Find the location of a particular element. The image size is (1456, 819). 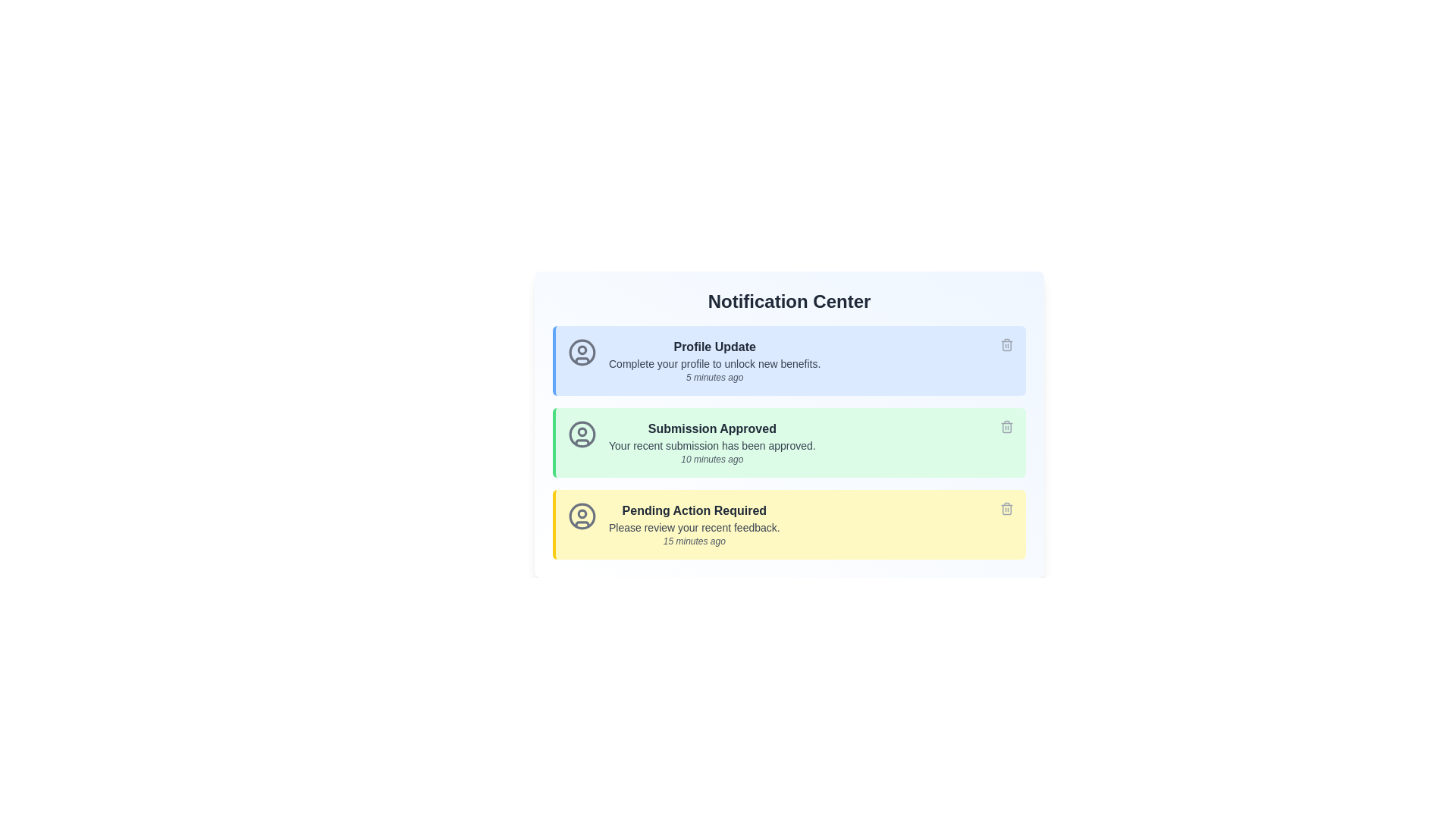

the circular graphic element representing the head of the user profile icon, which is part of the blue notification card at the top of the list is located at coordinates (582, 350).